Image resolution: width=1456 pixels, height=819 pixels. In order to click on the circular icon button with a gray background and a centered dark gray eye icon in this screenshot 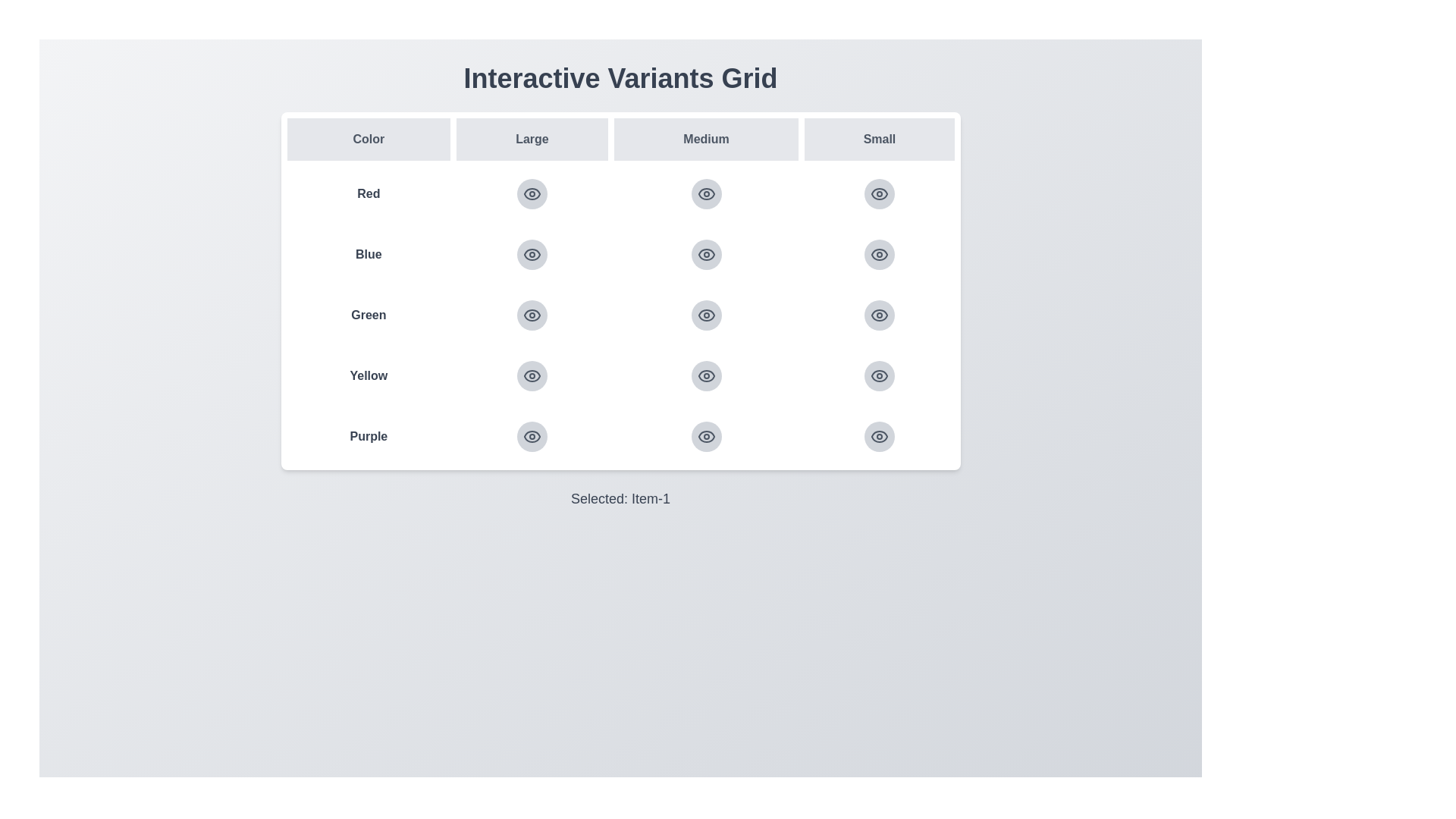, I will do `click(532, 253)`.